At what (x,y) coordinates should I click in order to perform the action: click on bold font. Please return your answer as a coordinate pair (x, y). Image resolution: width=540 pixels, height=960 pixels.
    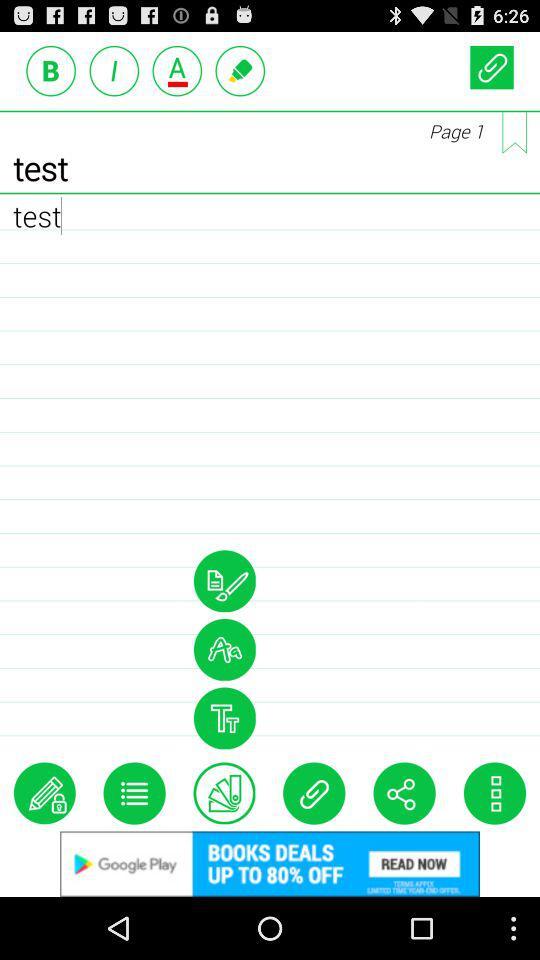
    Looking at the image, I should click on (51, 70).